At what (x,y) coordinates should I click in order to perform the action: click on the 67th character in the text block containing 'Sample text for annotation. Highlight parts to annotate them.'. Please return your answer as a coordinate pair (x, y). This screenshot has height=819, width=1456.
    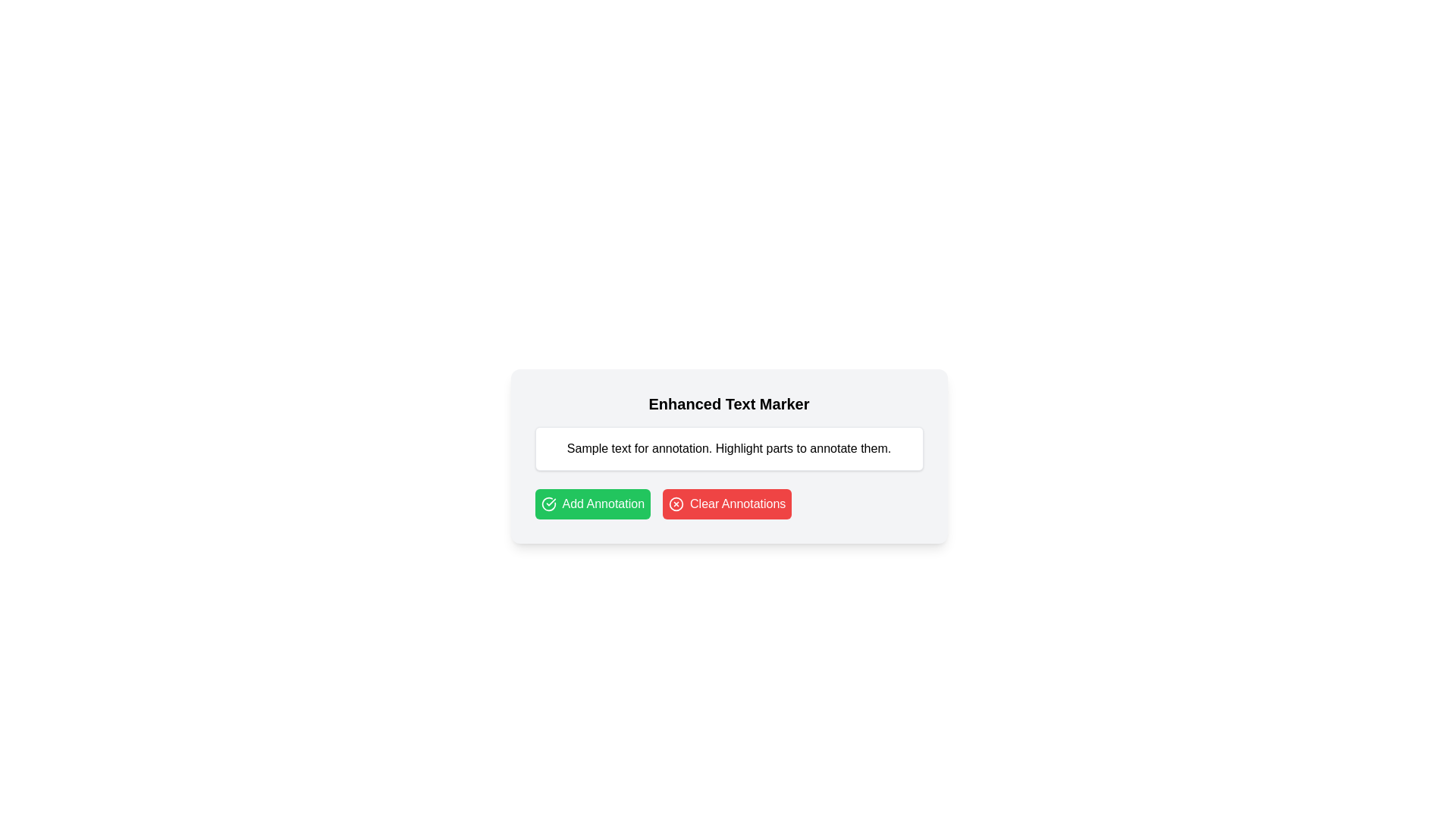
    Looking at the image, I should click on (797, 447).